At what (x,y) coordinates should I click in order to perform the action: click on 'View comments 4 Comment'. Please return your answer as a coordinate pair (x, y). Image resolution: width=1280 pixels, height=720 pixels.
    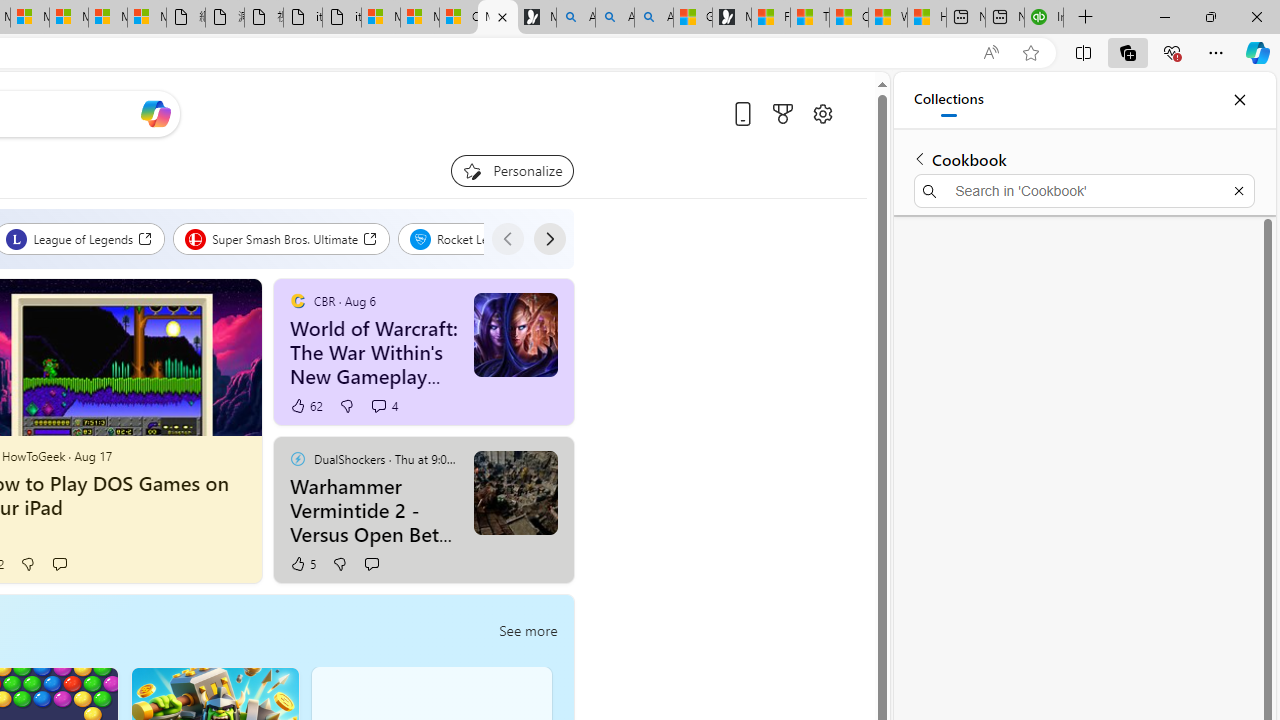
    Looking at the image, I should click on (384, 405).